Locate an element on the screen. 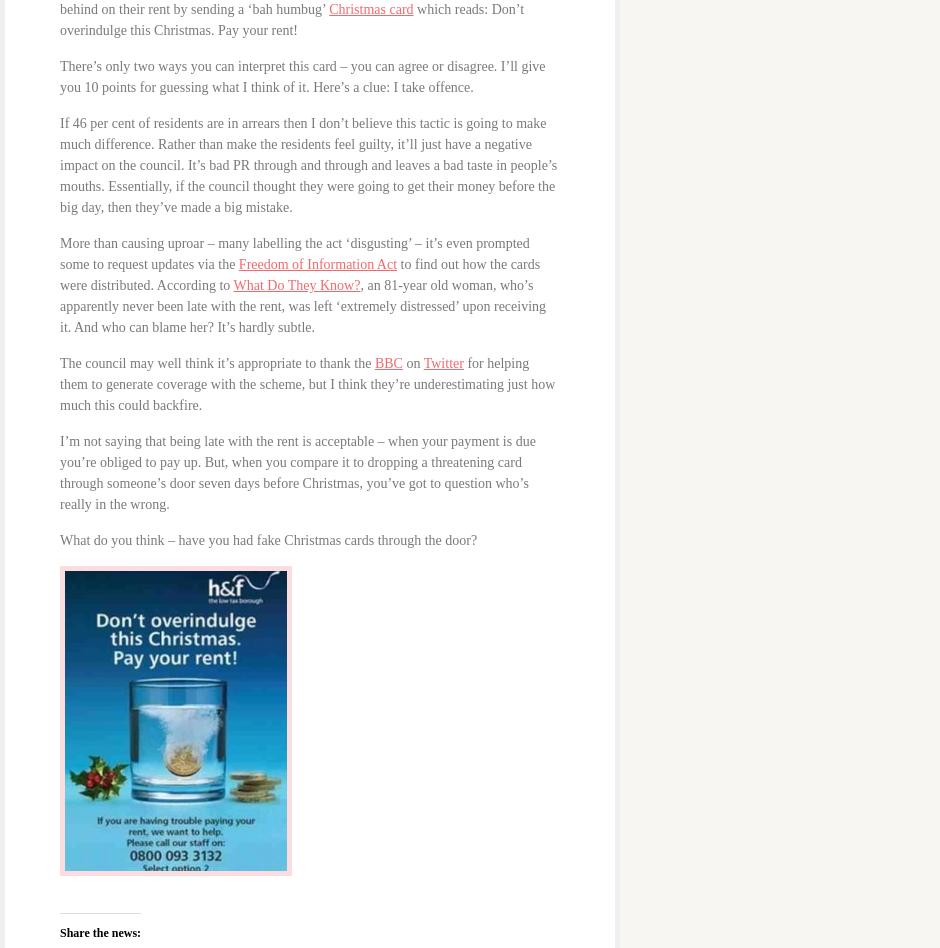 Image resolution: width=940 pixels, height=948 pixels. 'Christmas card' is located at coordinates (370, 8).